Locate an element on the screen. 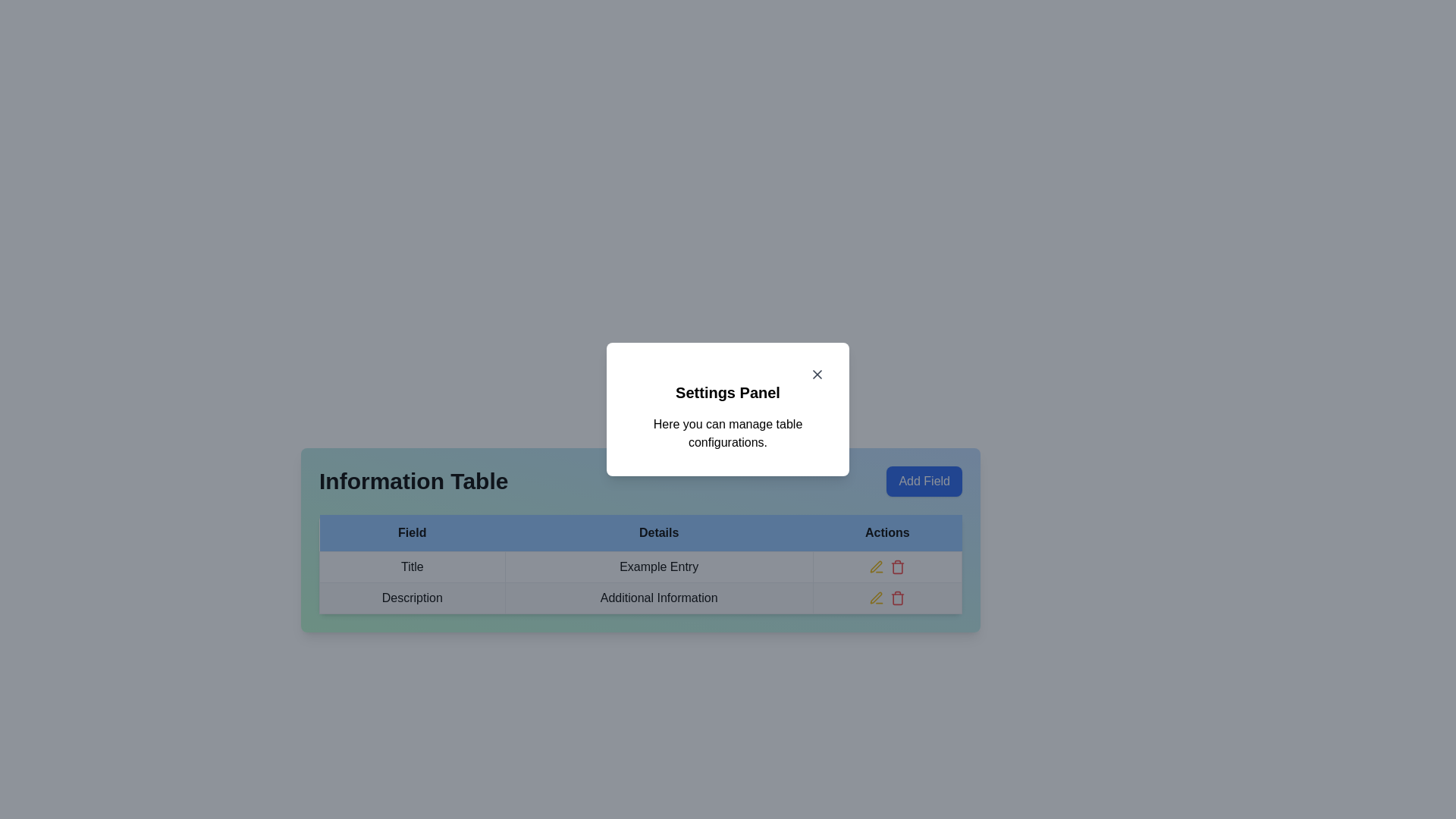 The height and width of the screenshot is (819, 1456). the table cell located in the 'Information Table' section is located at coordinates (640, 564).